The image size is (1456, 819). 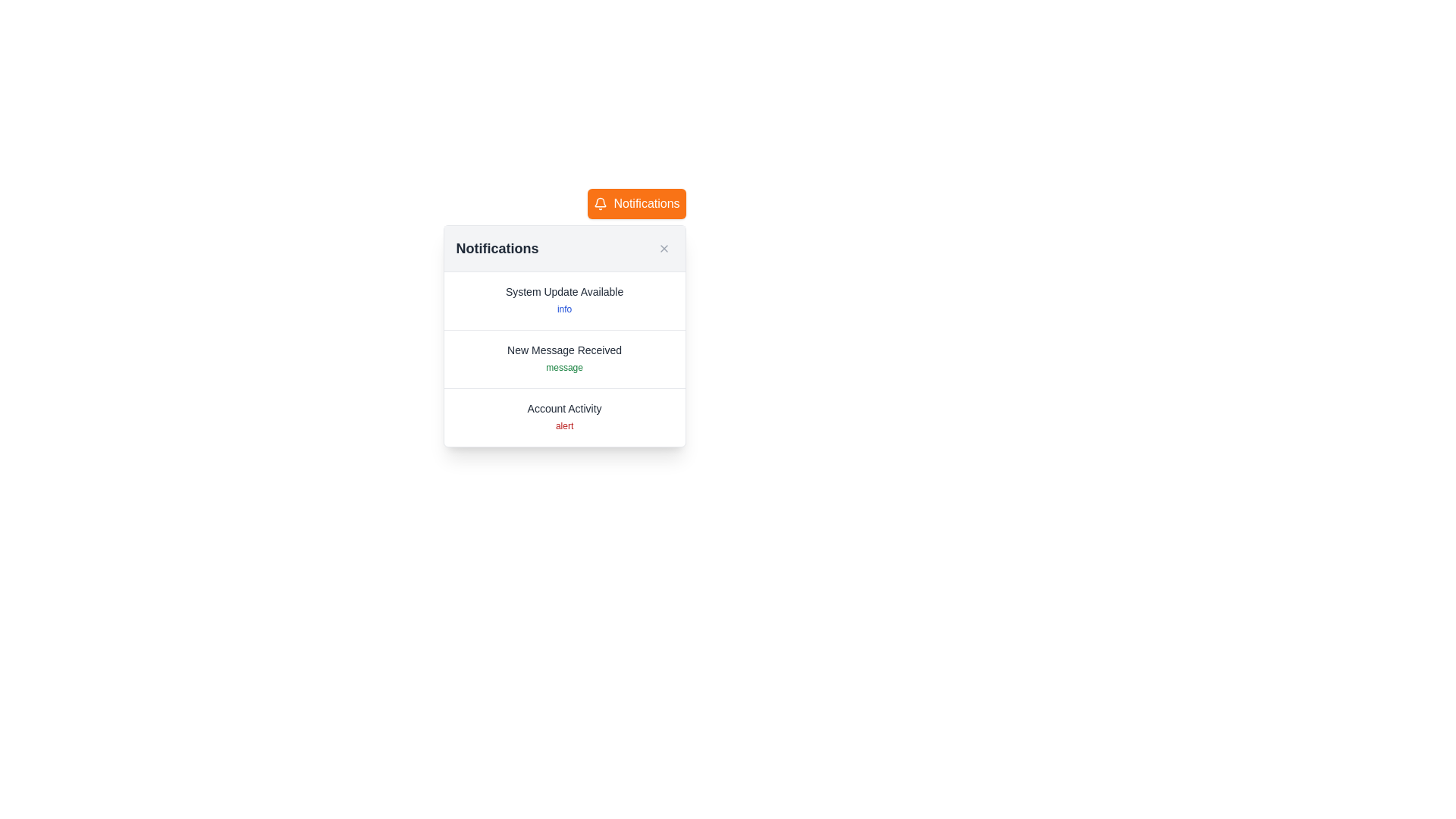 What do you see at coordinates (664, 247) in the screenshot?
I see `the 'X' icon button located on the top-right corner of the notifications pop-up panel` at bounding box center [664, 247].